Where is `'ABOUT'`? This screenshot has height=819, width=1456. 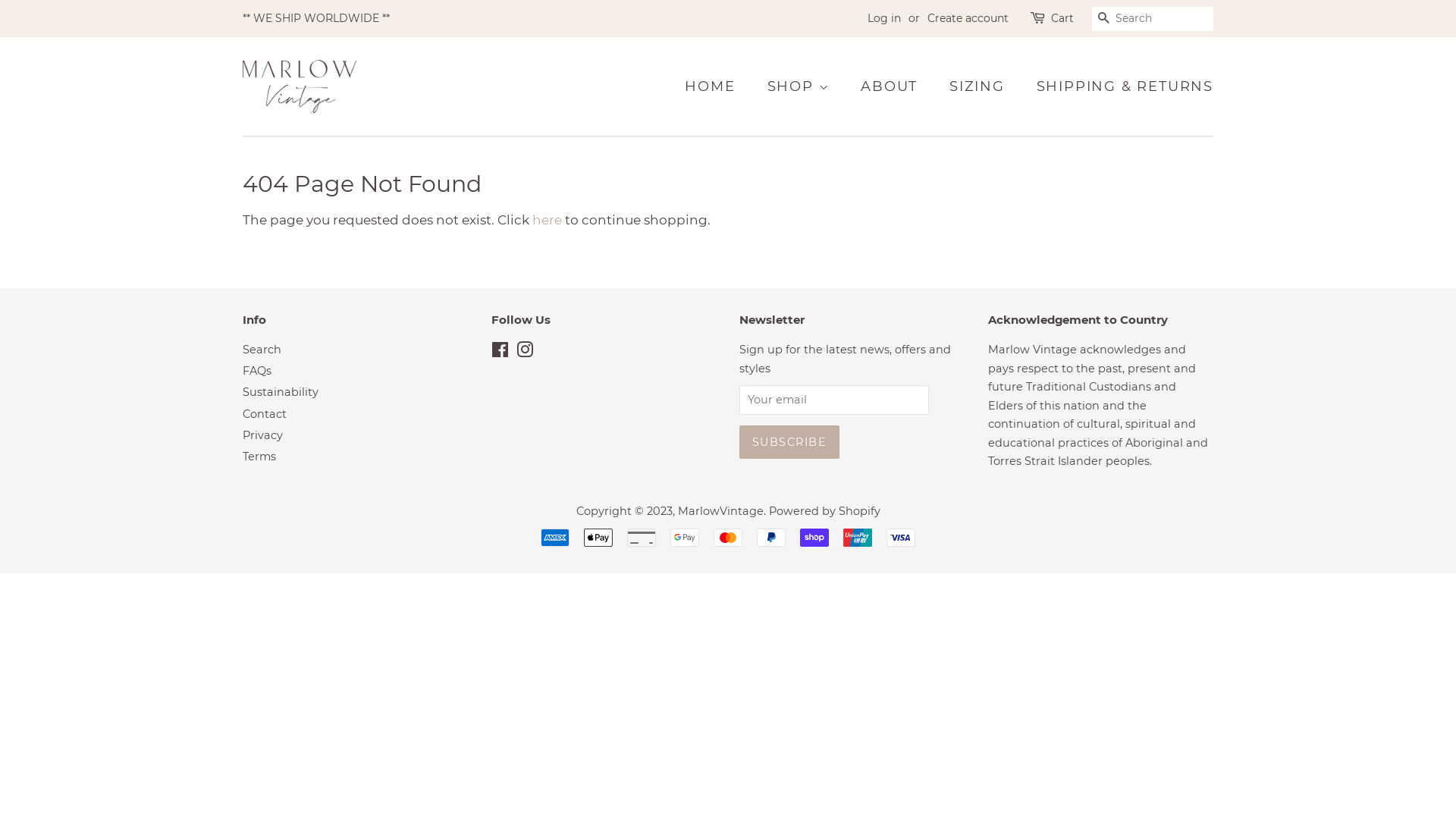
'ABOUT' is located at coordinates (891, 86).